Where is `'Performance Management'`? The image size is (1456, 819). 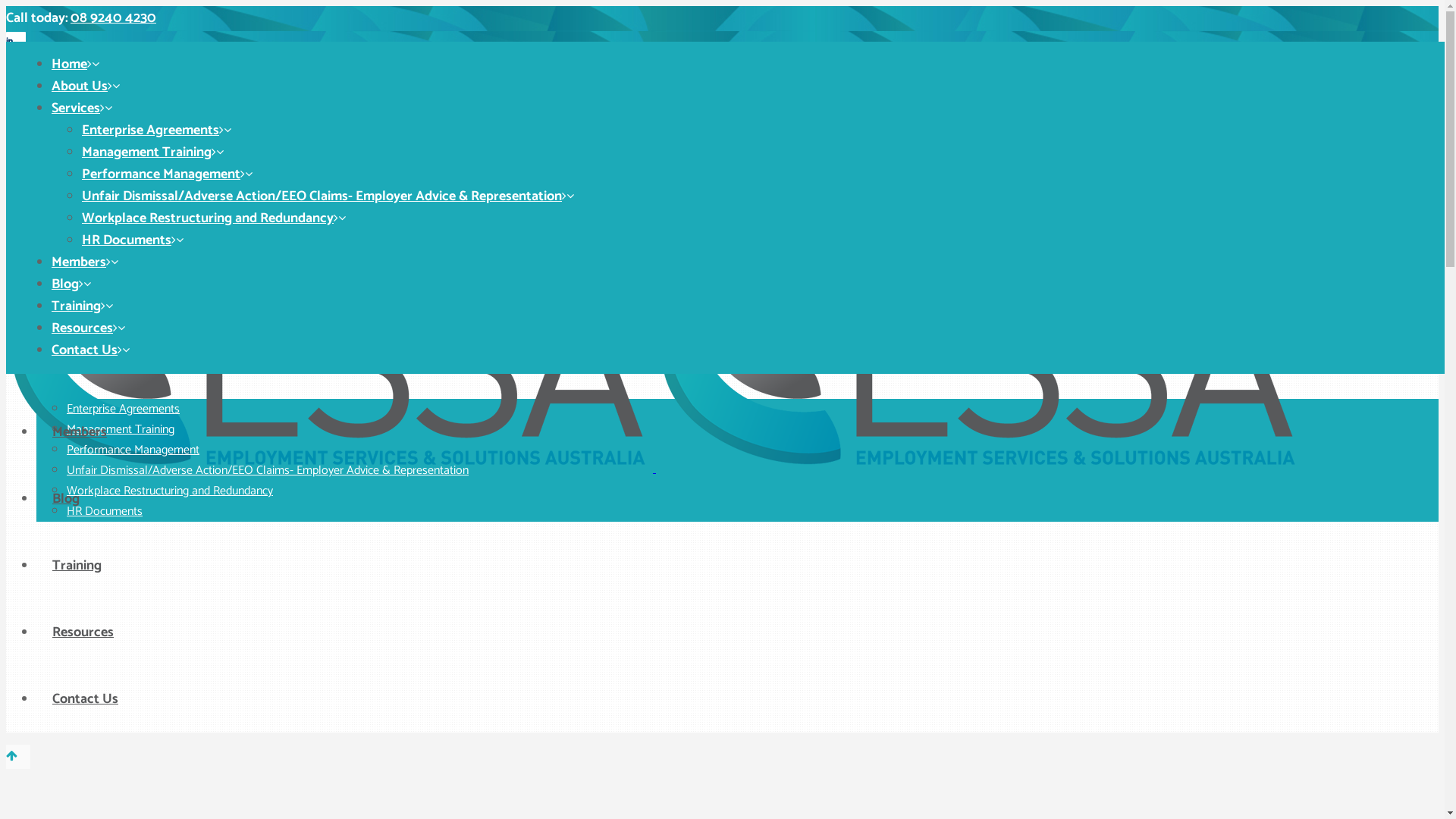 'Performance Management' is located at coordinates (133, 449).